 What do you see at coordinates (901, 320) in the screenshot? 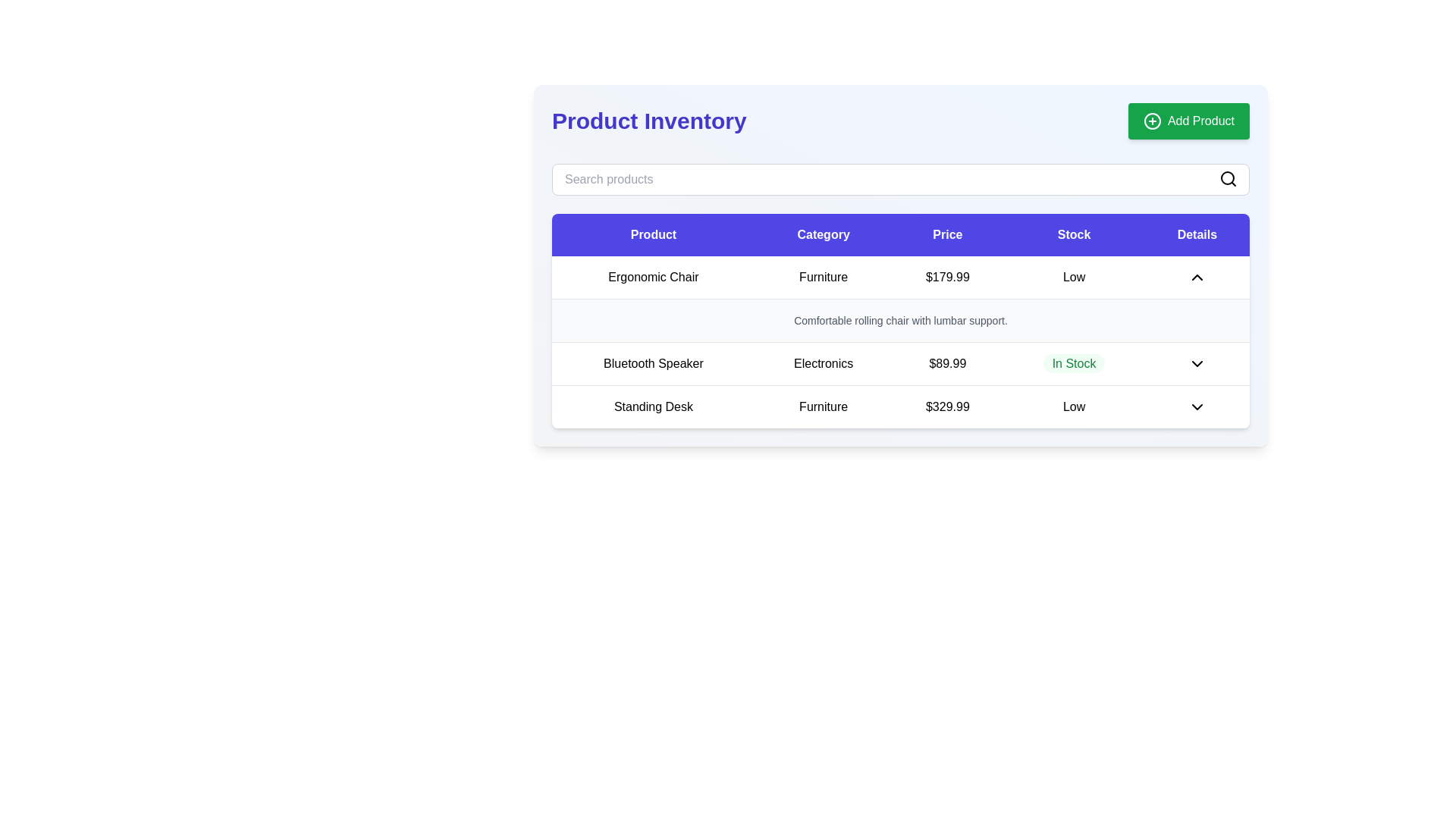
I see `the text label that provides supplementary information about the product 'Ergonomic Chair', located in the second row of the table` at bounding box center [901, 320].